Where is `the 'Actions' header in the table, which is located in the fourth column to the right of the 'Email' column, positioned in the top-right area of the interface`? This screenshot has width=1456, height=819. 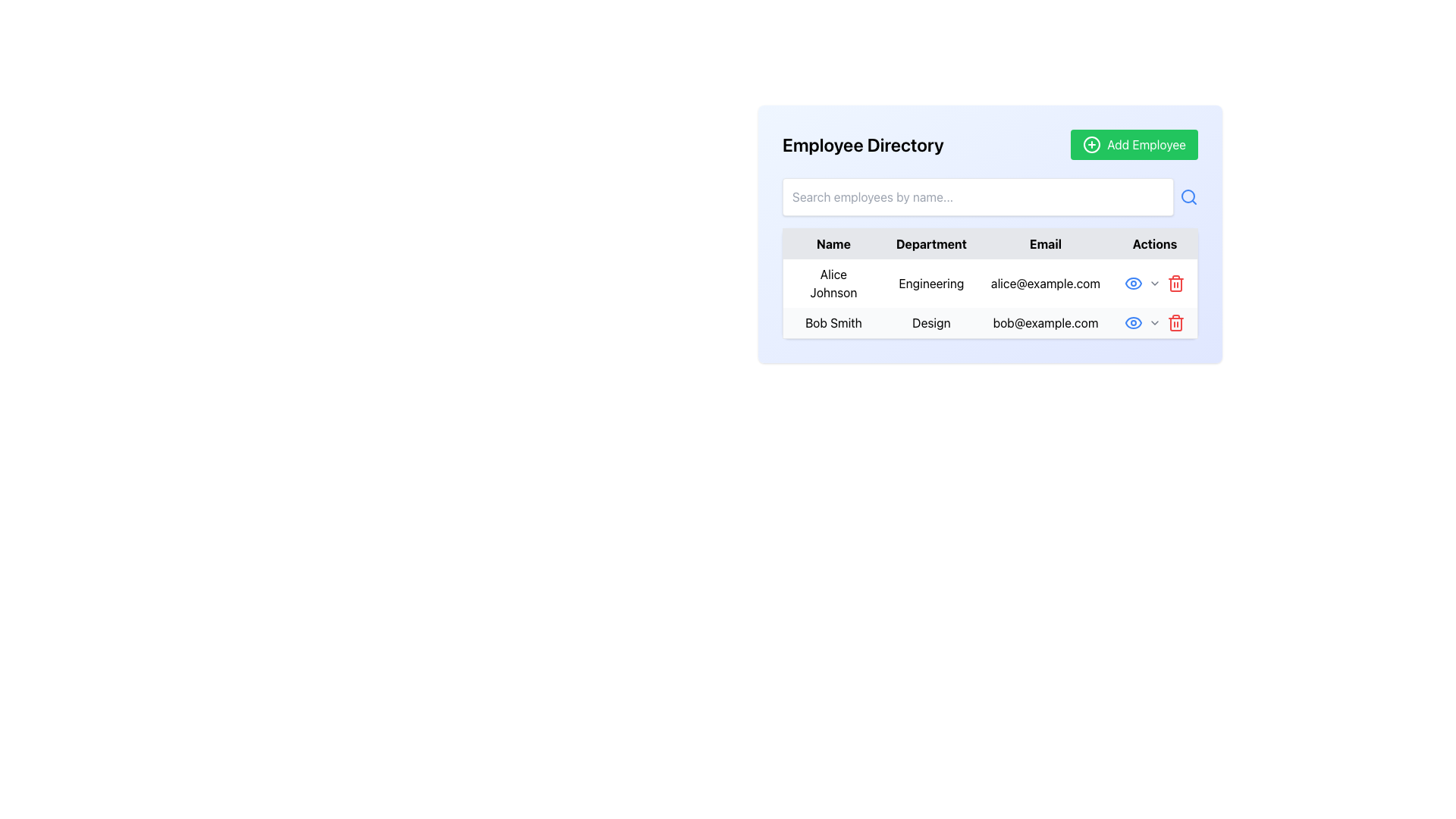 the 'Actions' header in the table, which is located in the fourth column to the right of the 'Email' column, positioned in the top-right area of the interface is located at coordinates (1154, 243).